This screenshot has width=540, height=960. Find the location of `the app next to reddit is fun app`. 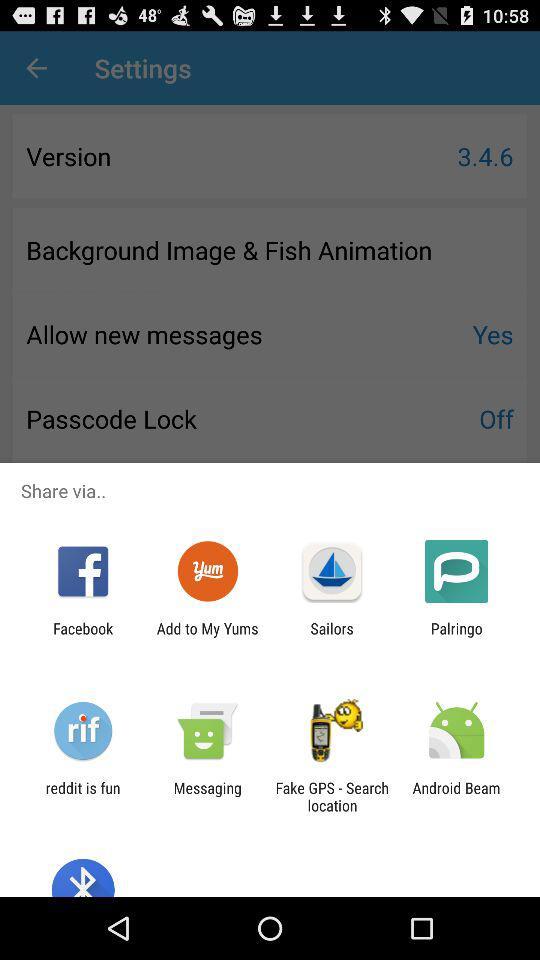

the app next to reddit is fun app is located at coordinates (206, 796).